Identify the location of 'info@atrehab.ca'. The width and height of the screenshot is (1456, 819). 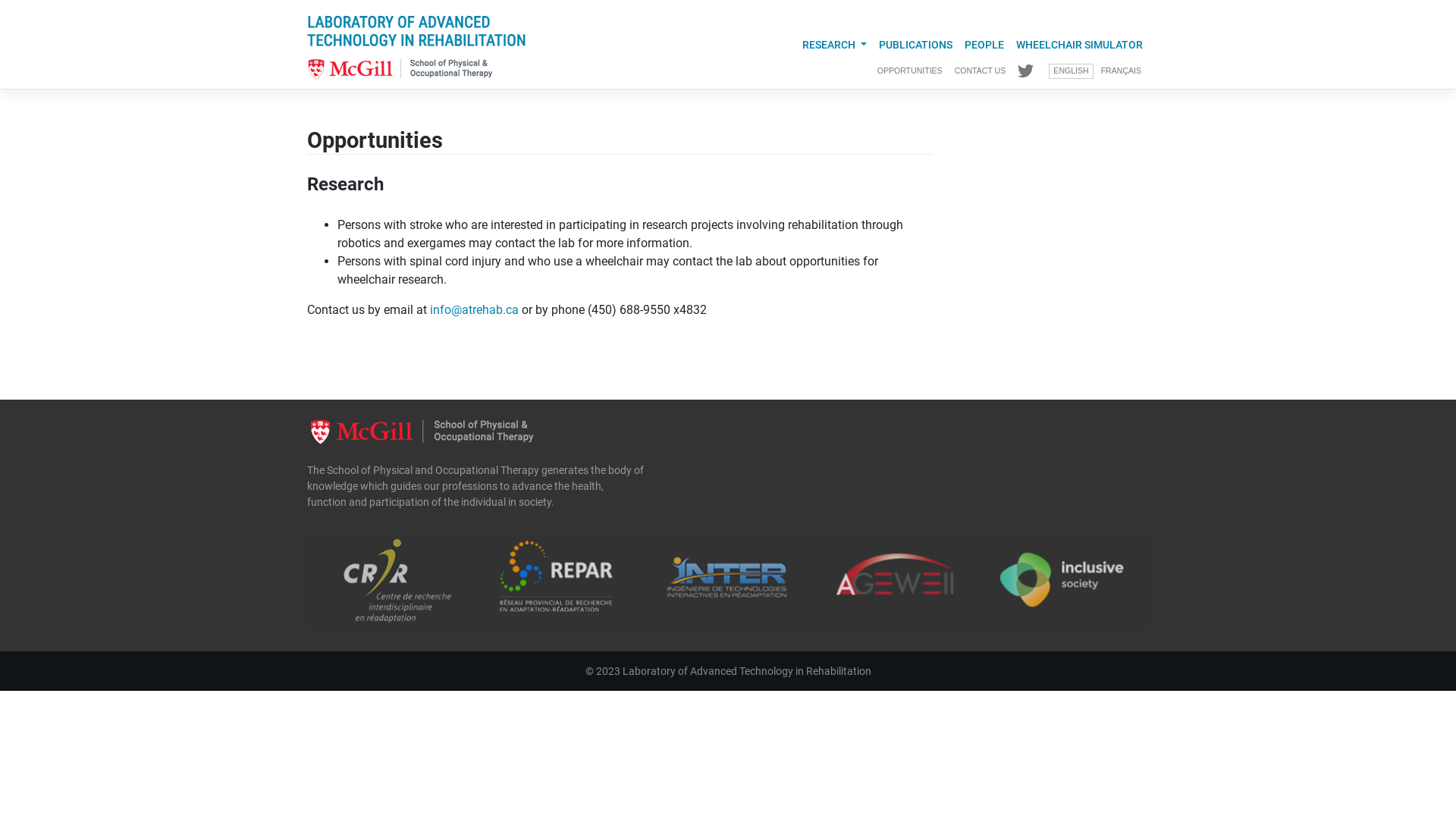
(473, 309).